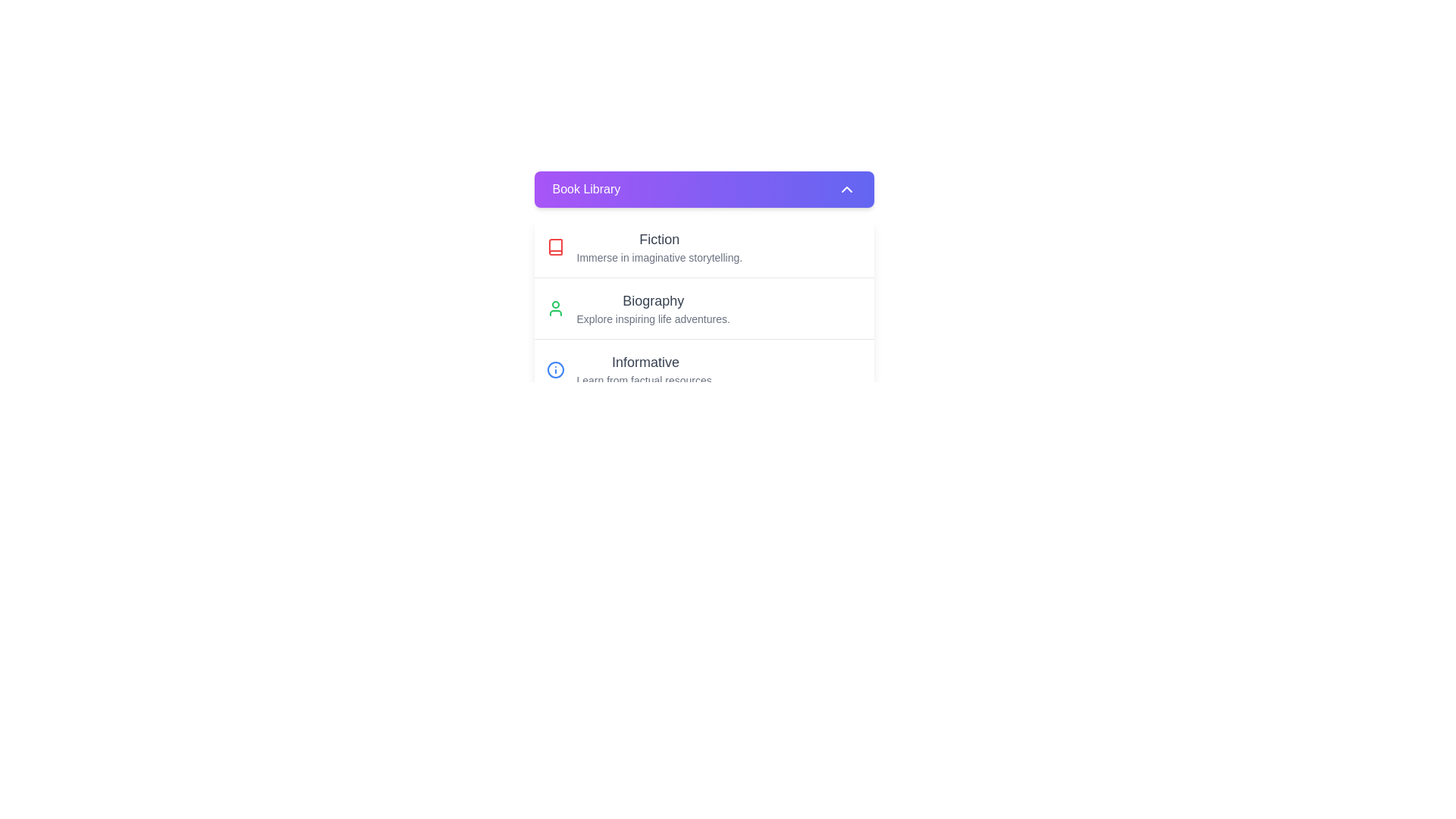  What do you see at coordinates (659, 246) in the screenshot?
I see `the first menu item in the sidebar` at bounding box center [659, 246].